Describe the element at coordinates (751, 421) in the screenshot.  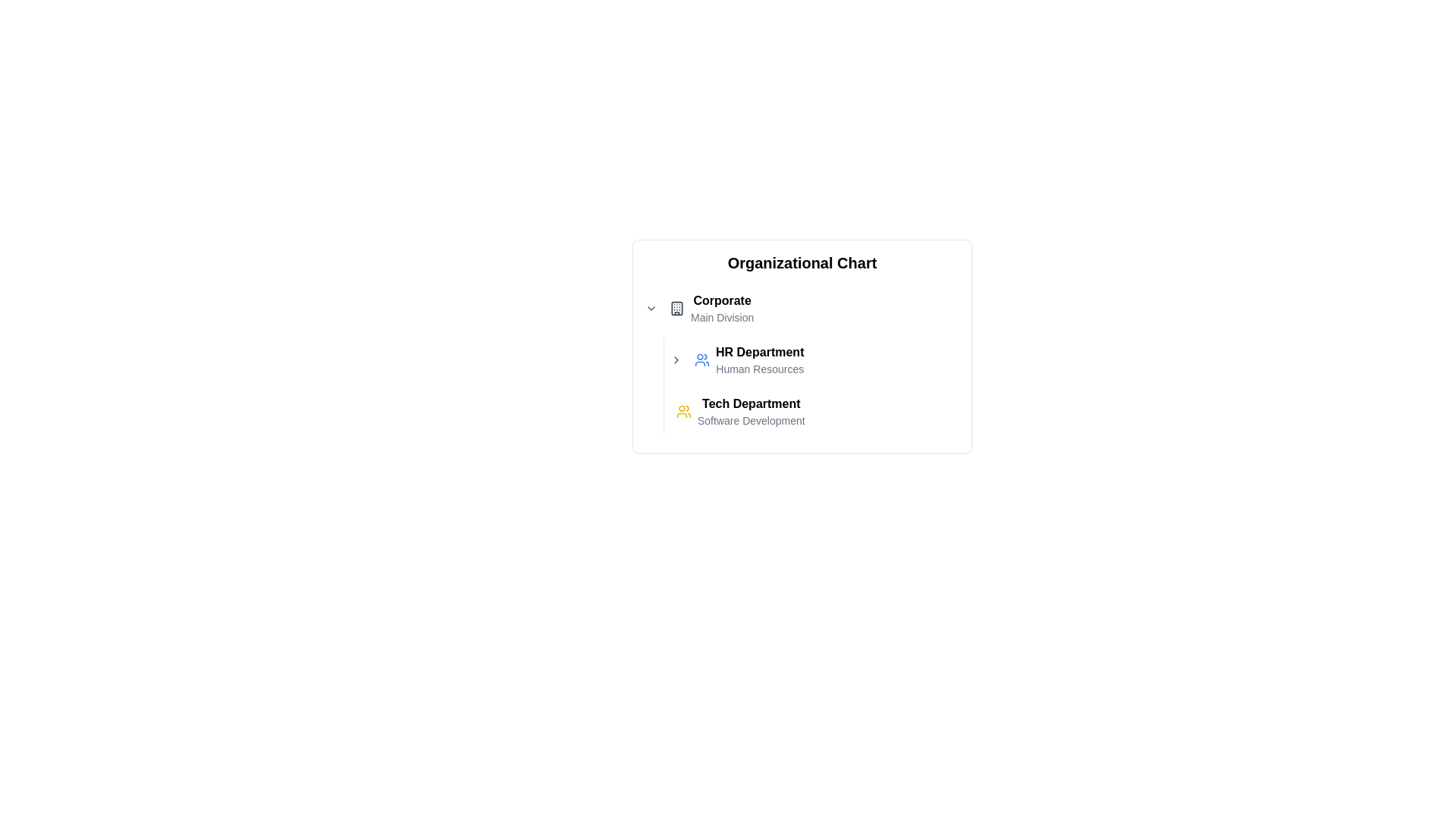
I see `the static text element displaying 'Software Development', which is styled in a small font size and light gray color, located below the 'Tech Department' heading in the organizational chart` at that location.